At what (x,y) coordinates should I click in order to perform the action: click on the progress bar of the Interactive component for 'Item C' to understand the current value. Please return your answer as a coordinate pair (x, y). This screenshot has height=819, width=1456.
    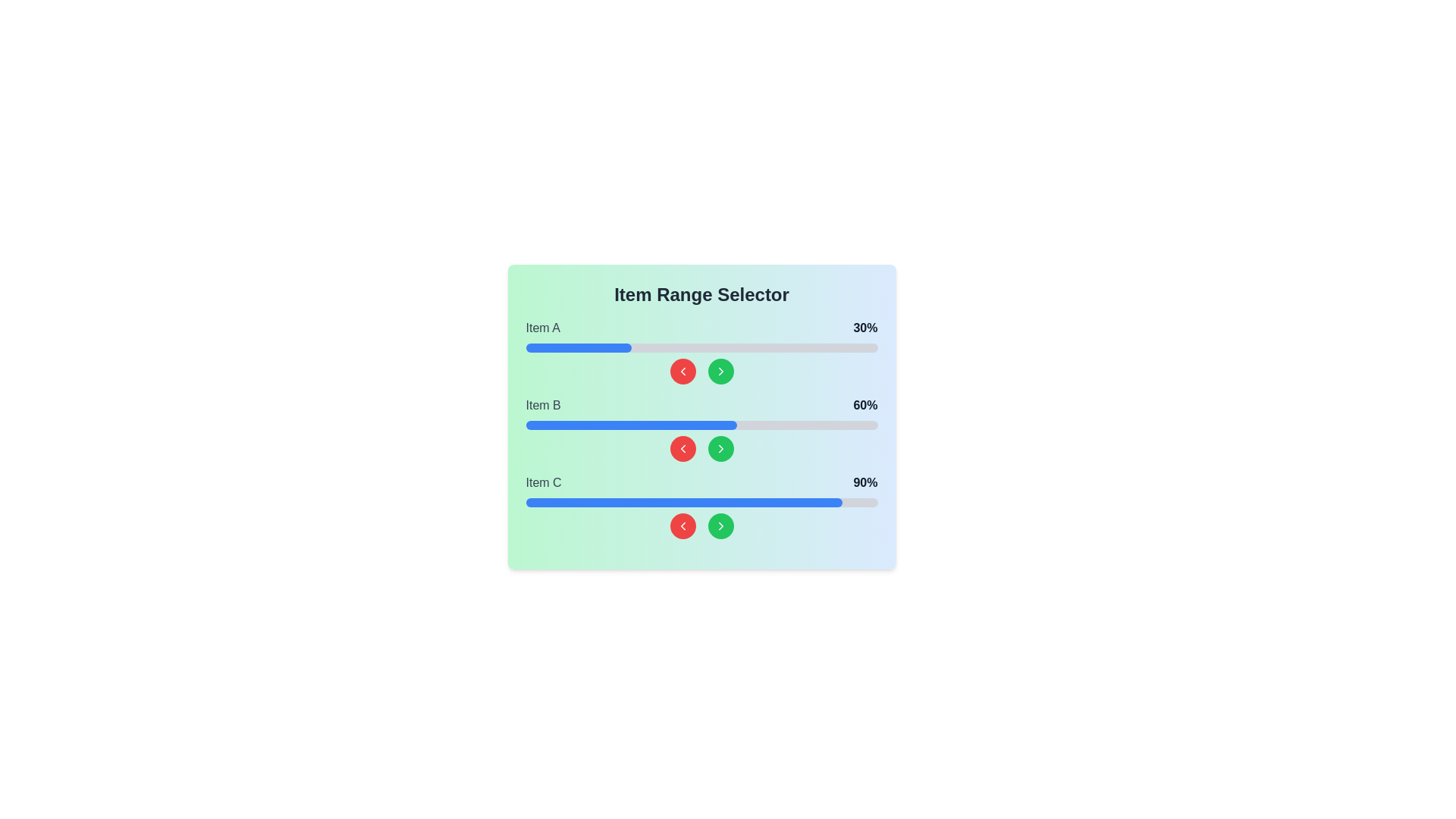
    Looking at the image, I should click on (701, 506).